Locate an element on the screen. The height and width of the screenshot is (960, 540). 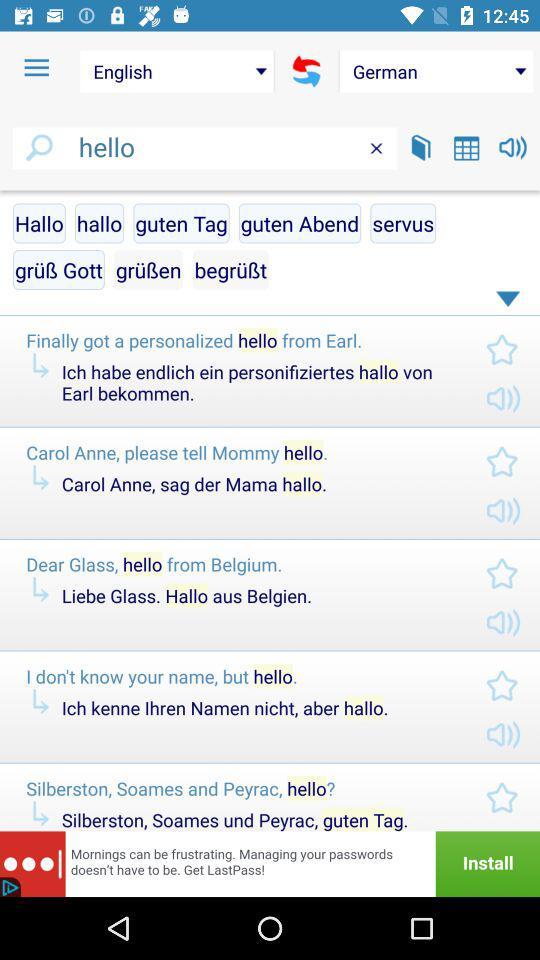
the icon next to the guten tag is located at coordinates (299, 223).